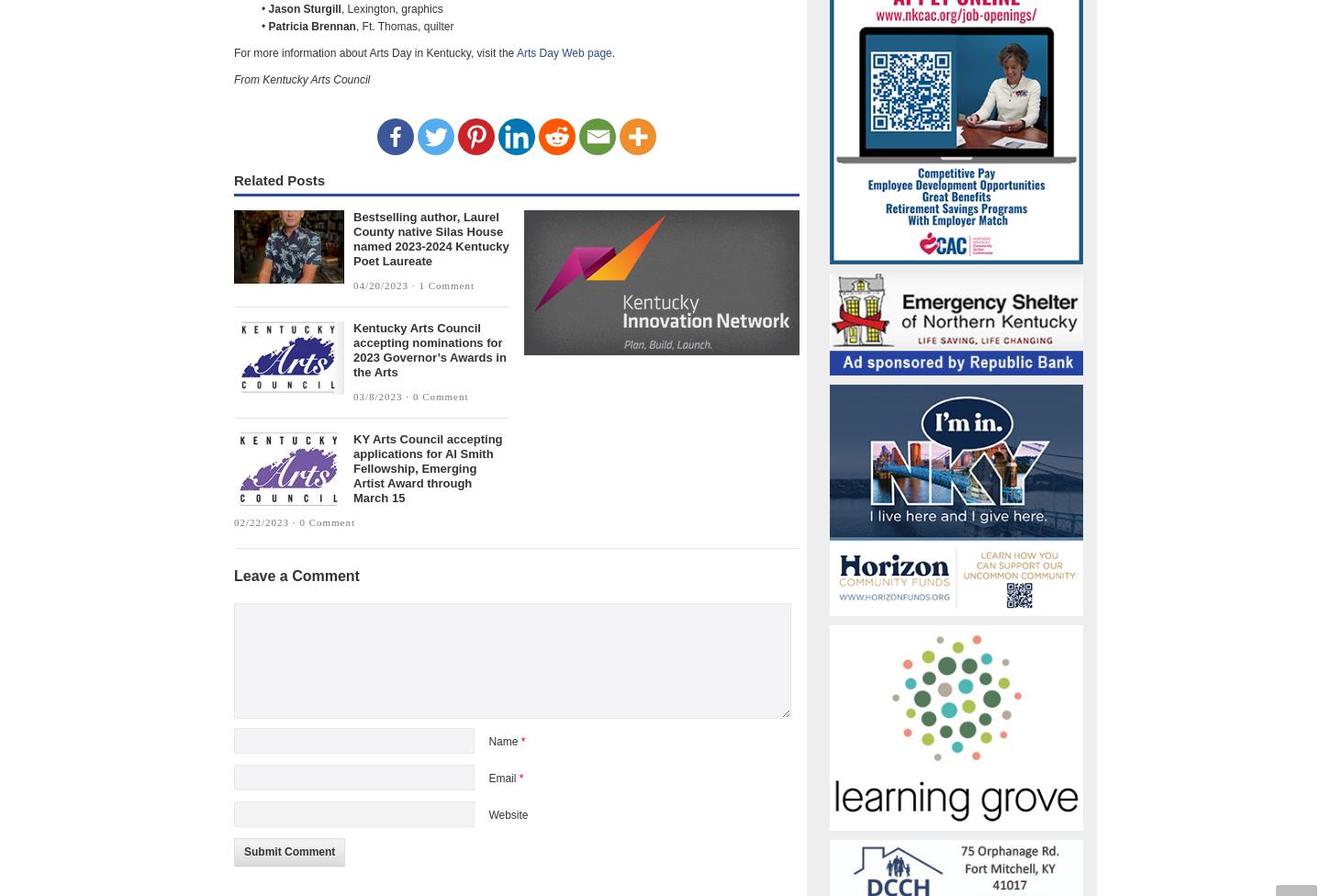  Describe the element at coordinates (279, 179) in the screenshot. I see `'Related Posts'` at that location.